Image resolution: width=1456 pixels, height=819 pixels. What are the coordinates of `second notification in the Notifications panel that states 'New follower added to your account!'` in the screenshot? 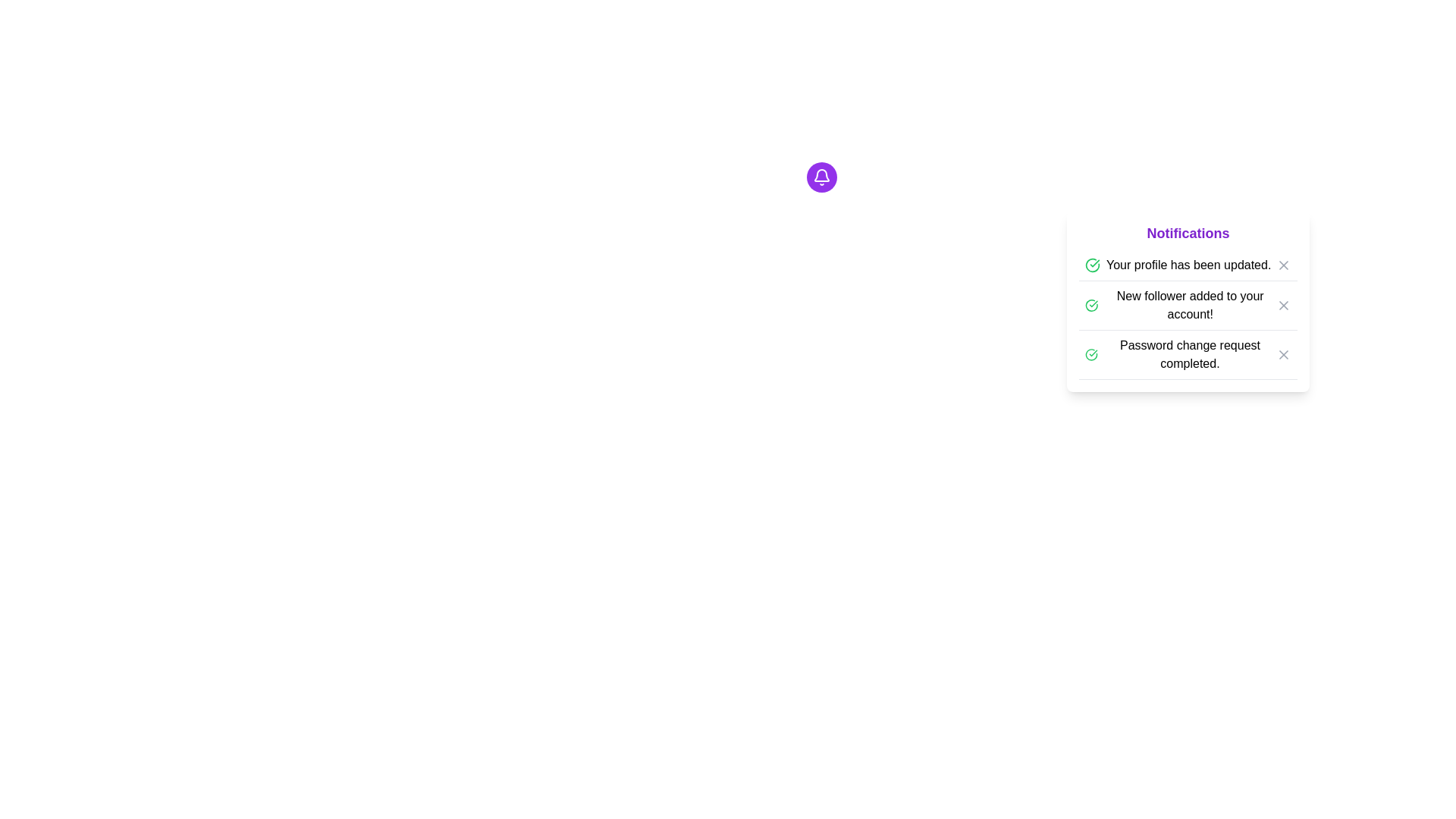 It's located at (1187, 314).